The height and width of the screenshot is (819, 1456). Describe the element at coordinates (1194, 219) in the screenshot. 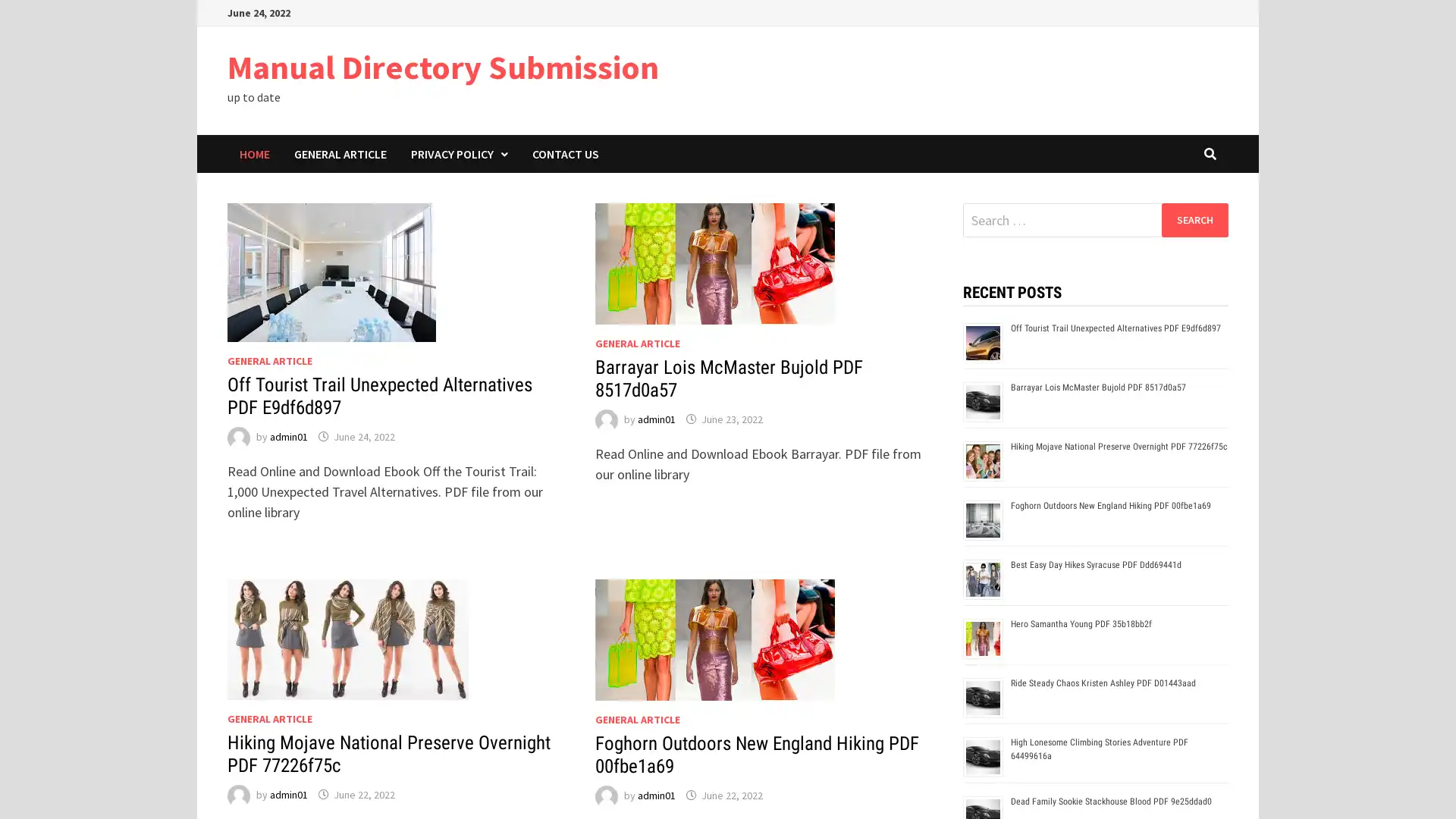

I see `Search` at that location.